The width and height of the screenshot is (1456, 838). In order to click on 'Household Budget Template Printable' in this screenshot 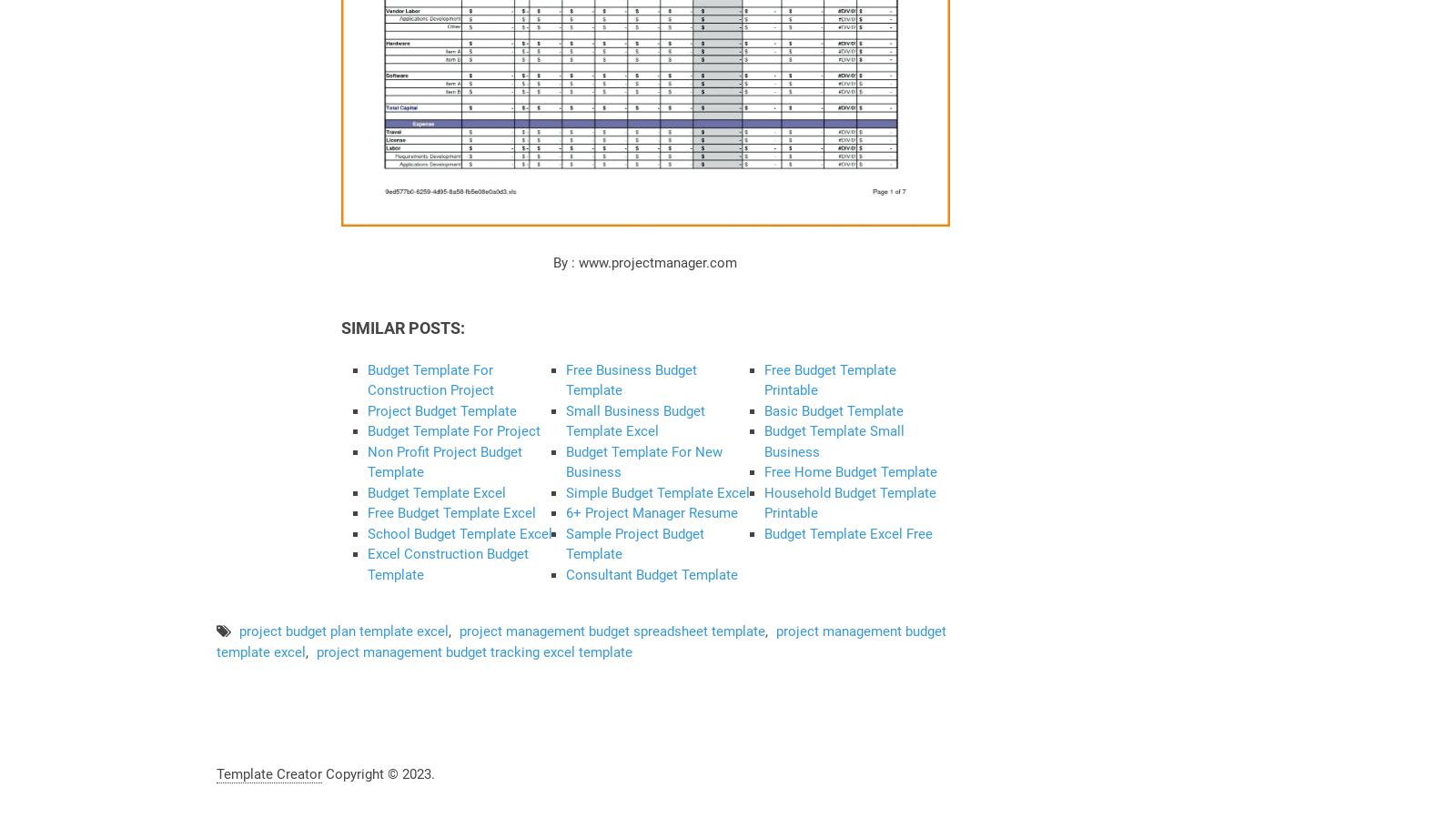, I will do `click(763, 501)`.